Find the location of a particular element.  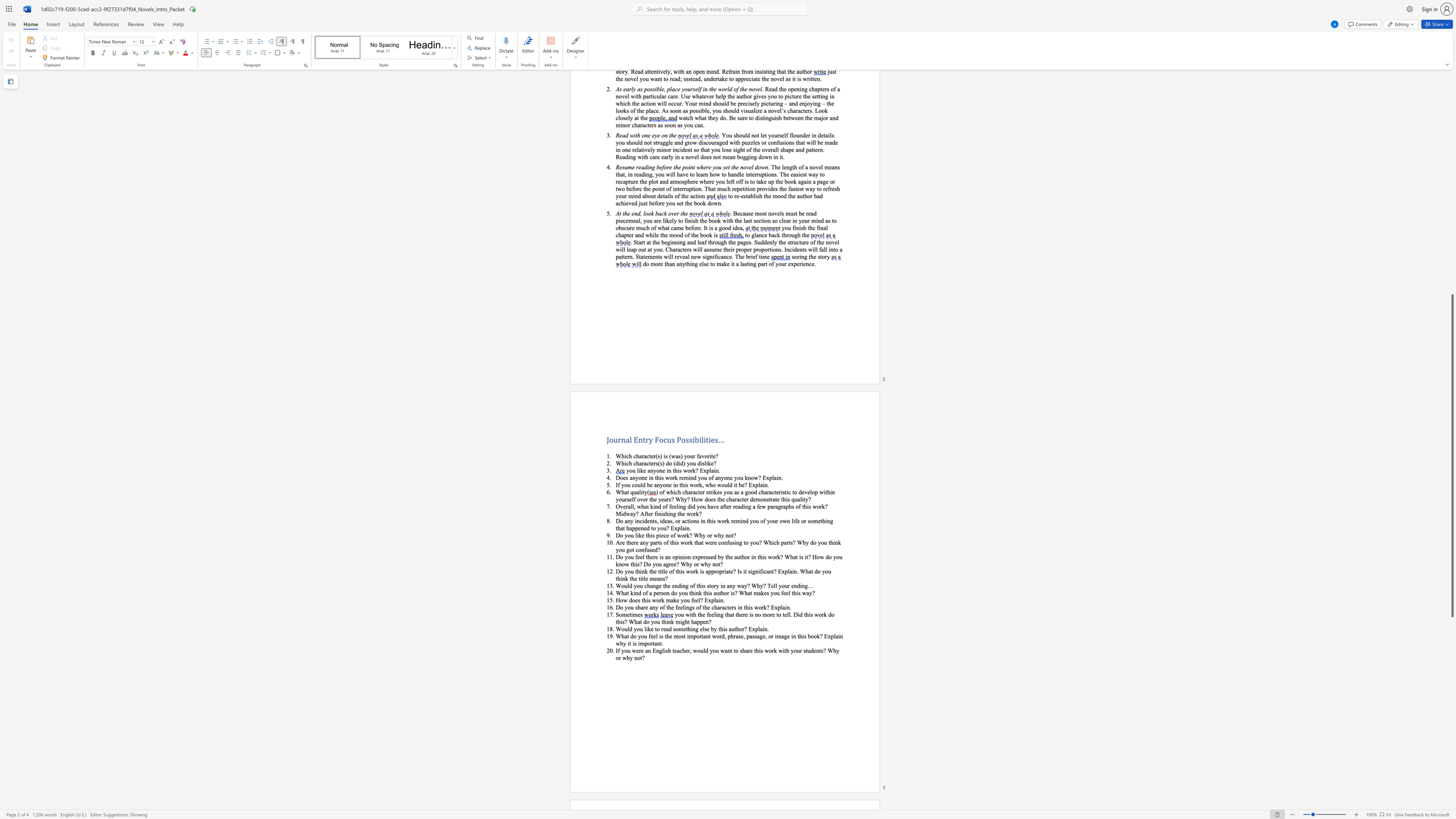

the 2th character "y" in the text is located at coordinates (654, 469).